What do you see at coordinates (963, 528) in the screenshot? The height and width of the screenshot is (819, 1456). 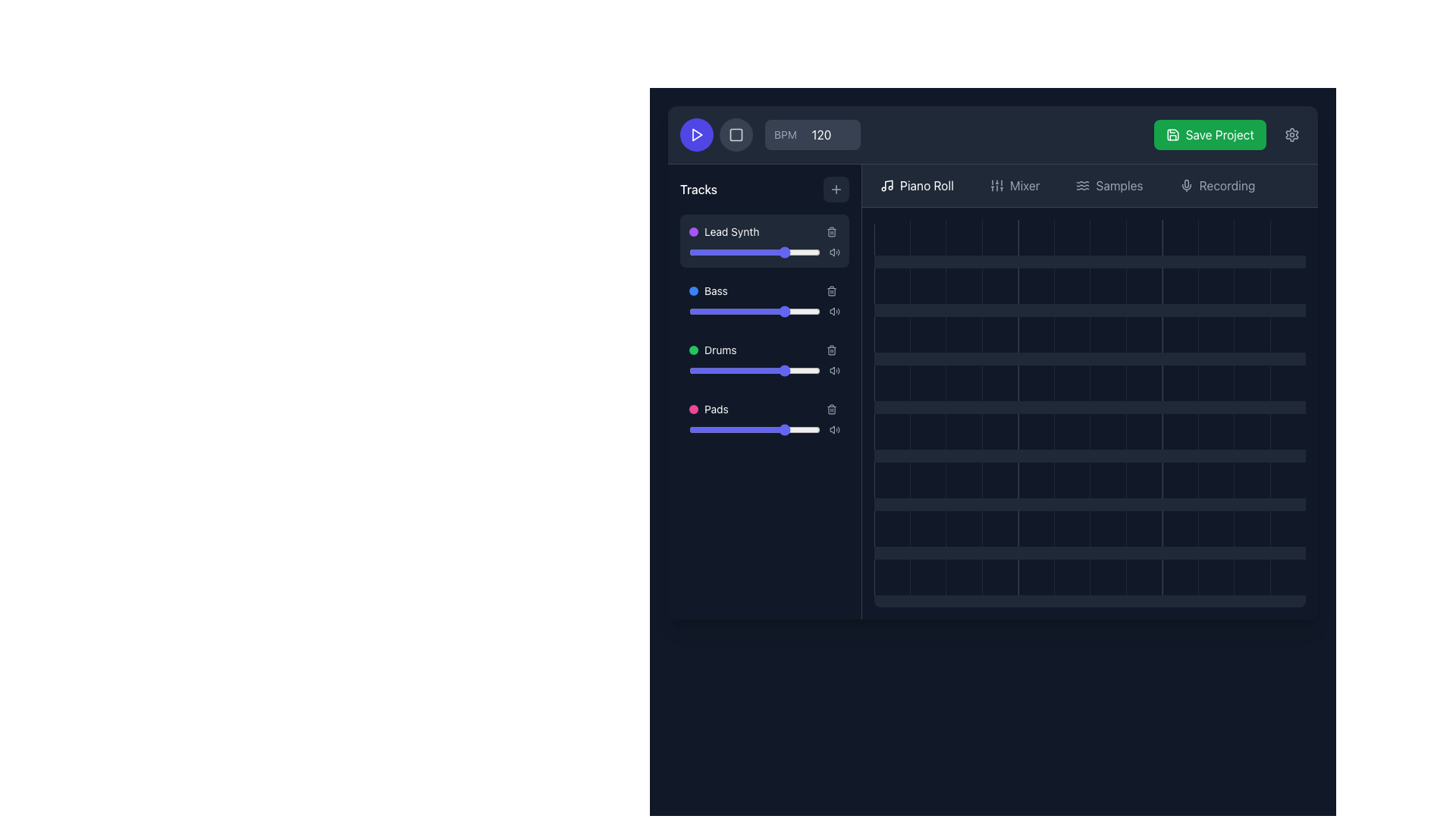 I see `the Square interactive placeholder or button located in the grid layout at the right-hand side of the interface, specifically in the seventh row and third column` at bounding box center [963, 528].